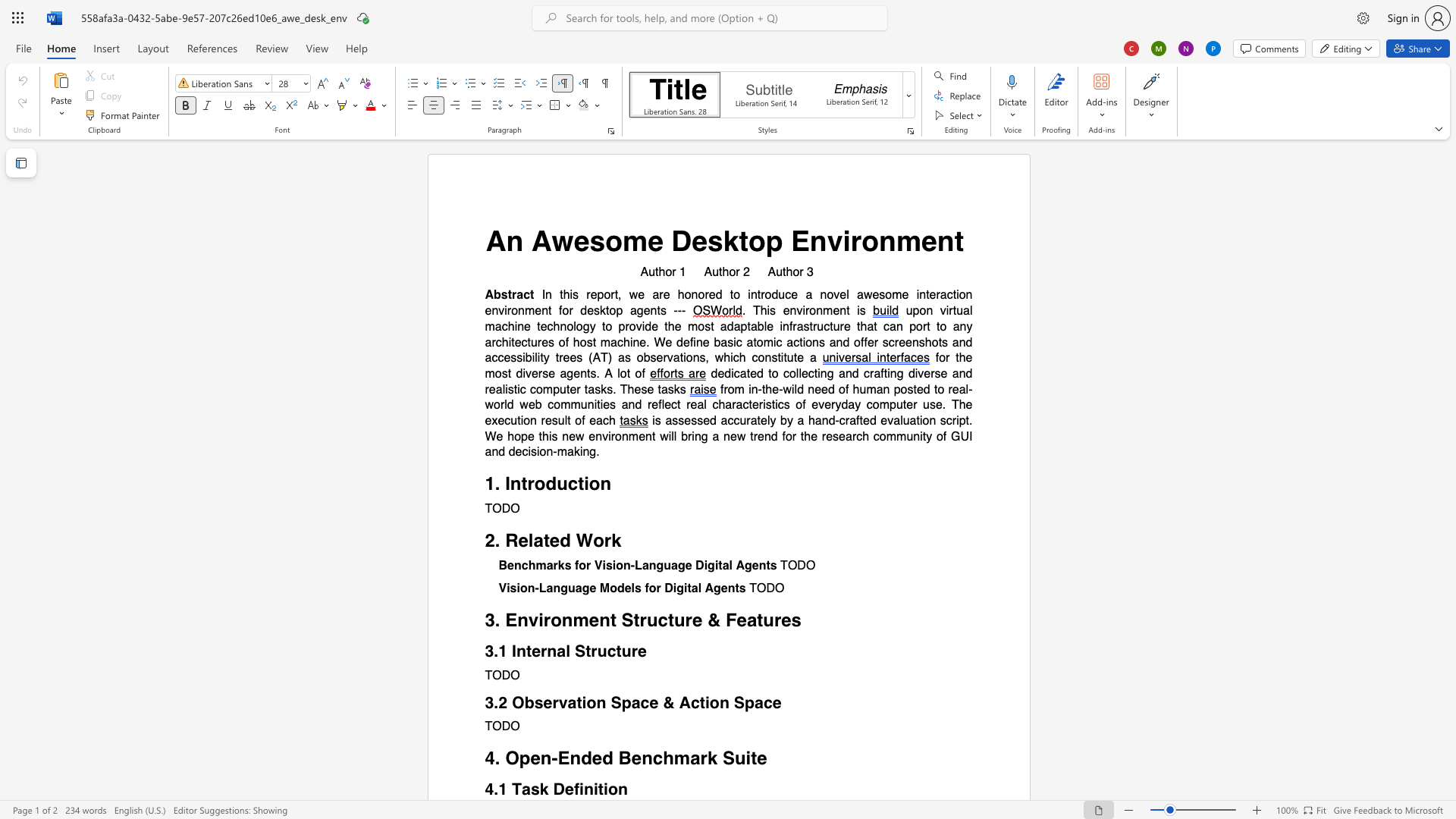  Describe the element at coordinates (597, 788) in the screenshot. I see `the subset text "ti" within the text "4.1 Task Definition"` at that location.